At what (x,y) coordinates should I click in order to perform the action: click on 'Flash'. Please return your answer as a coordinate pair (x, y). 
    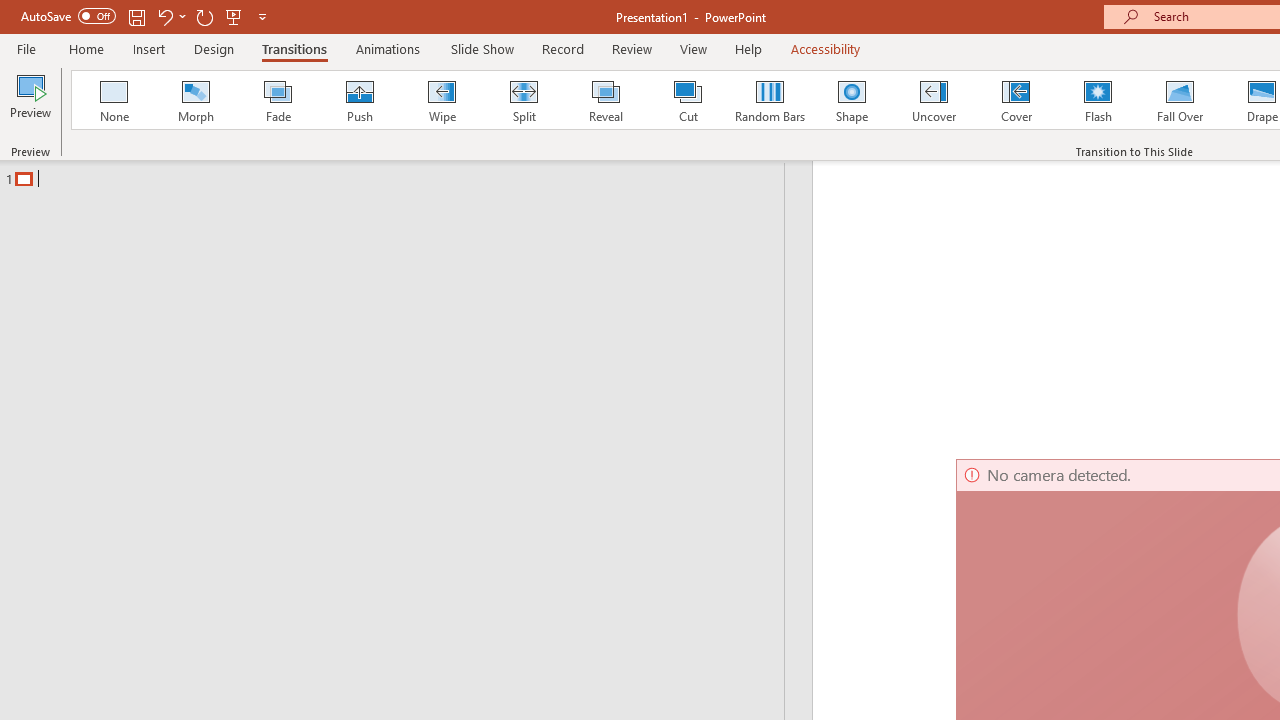
    Looking at the image, I should click on (1097, 100).